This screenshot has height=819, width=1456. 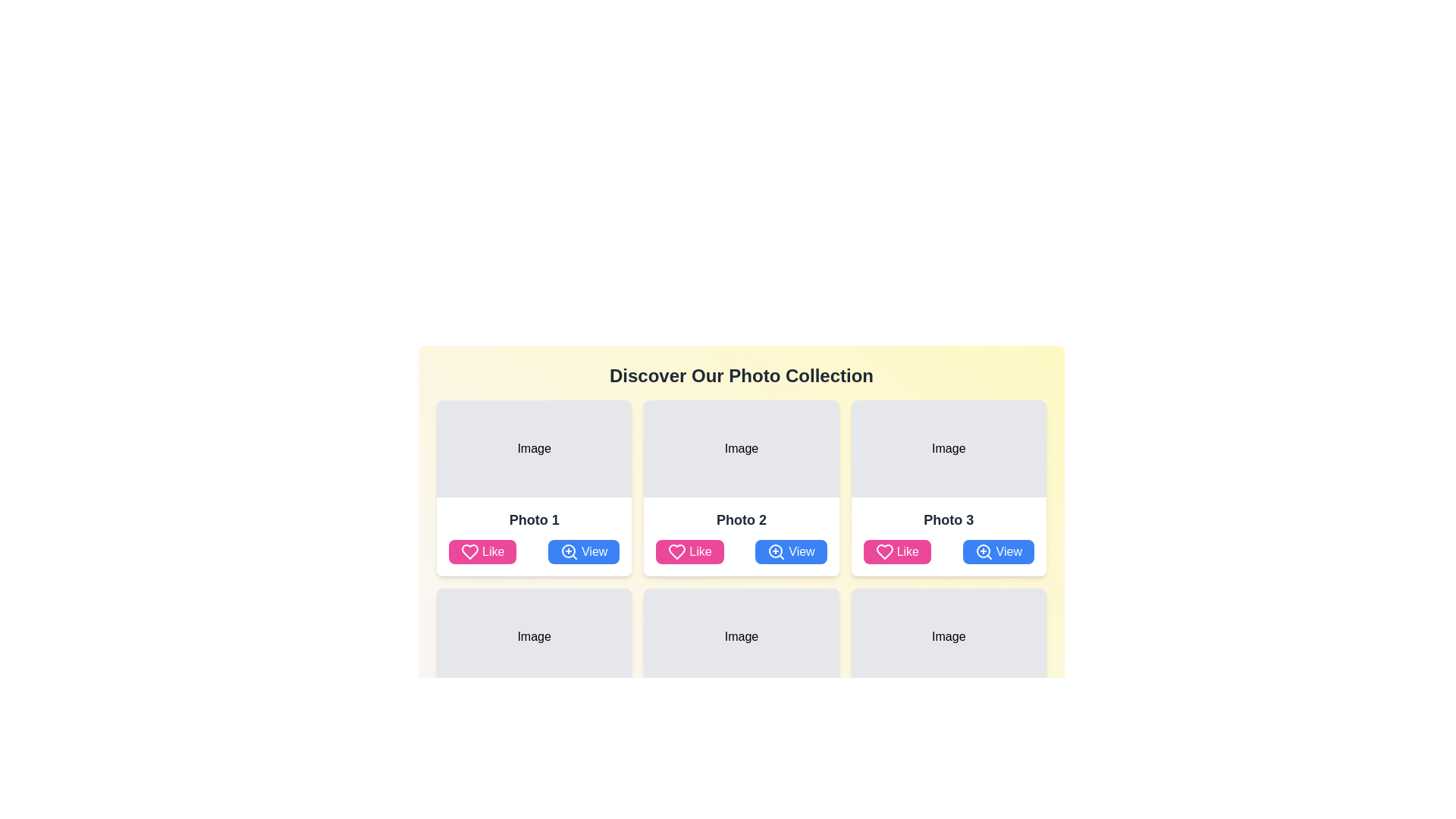 I want to click on the 'view' button located to the right of the pink 'Like' button and below the 'Photo 2' title, so click(x=790, y=552).